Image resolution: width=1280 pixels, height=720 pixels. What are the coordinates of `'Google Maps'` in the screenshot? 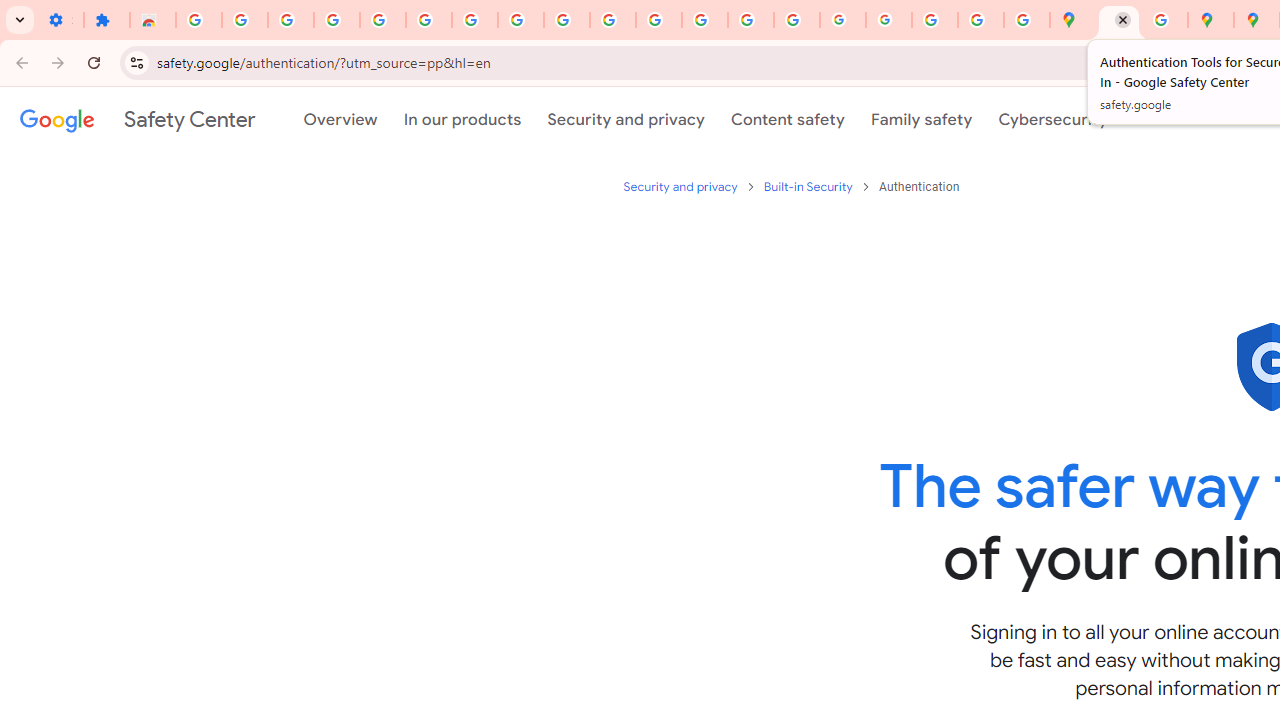 It's located at (1071, 20).